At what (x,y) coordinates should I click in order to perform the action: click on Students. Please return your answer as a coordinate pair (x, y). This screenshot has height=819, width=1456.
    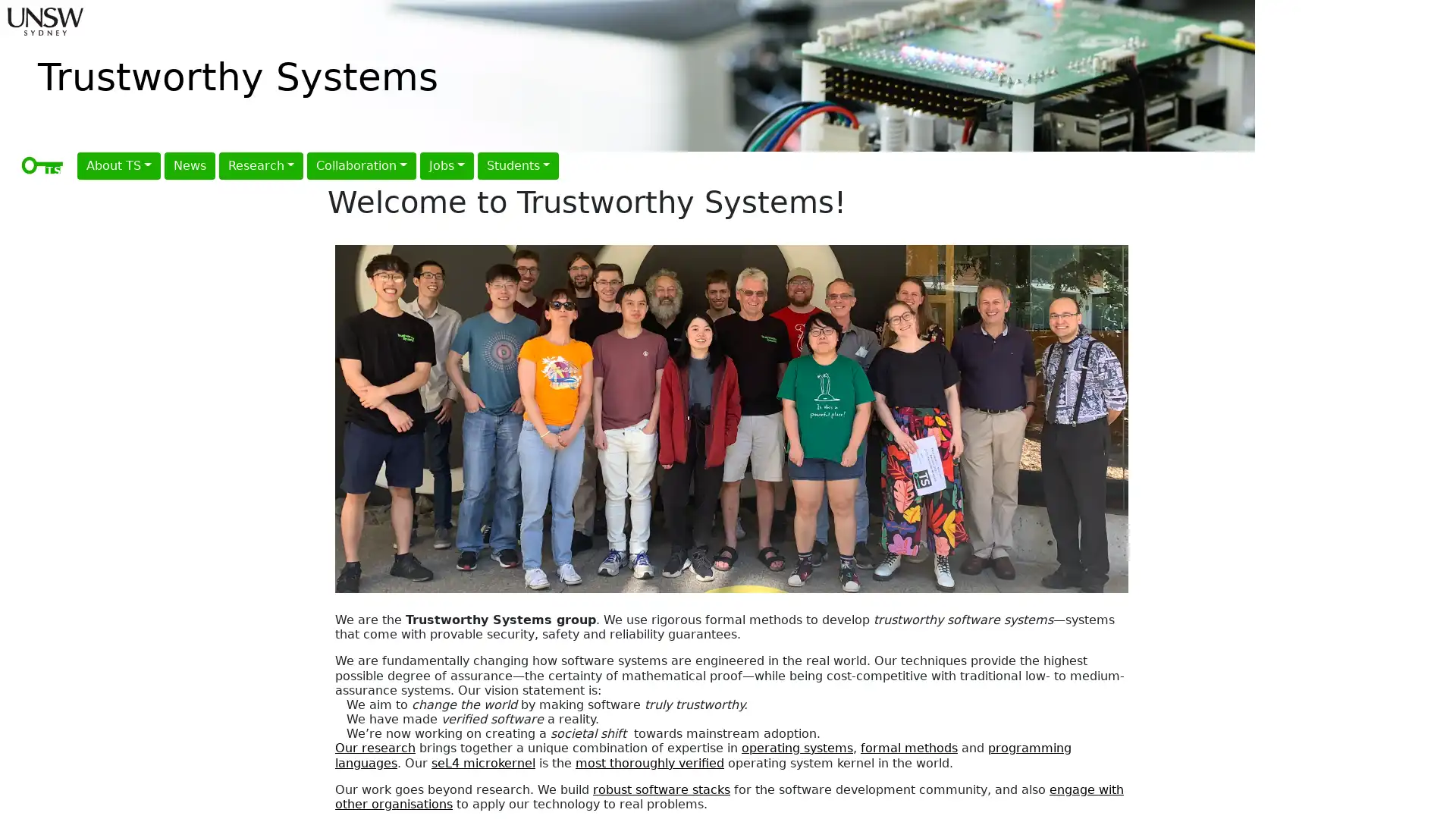
    Looking at the image, I should click on (517, 165).